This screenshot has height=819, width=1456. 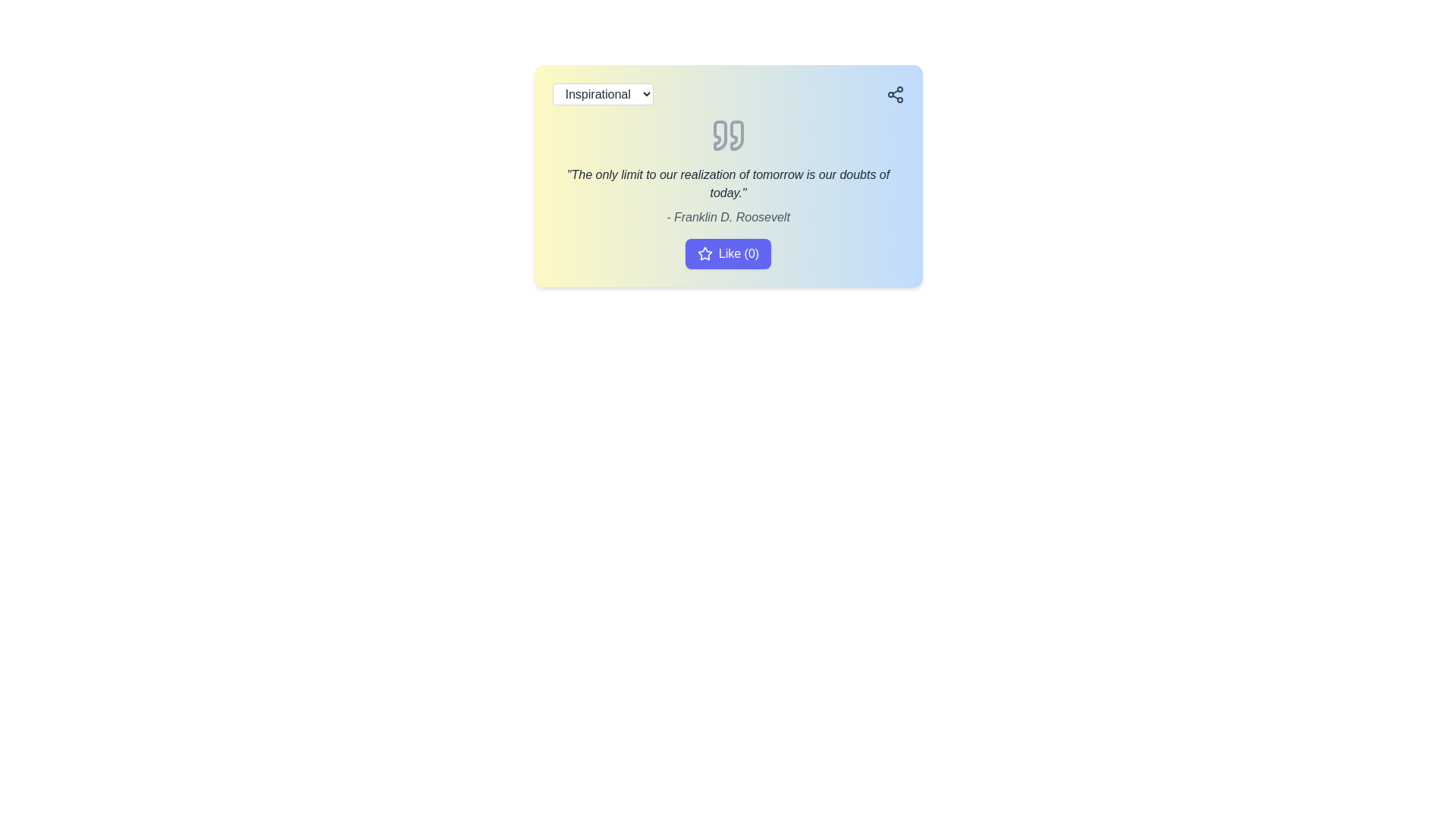 I want to click on the decorative star icon located to the left of the 'Like (0)' button, which may indicate a rating or favorite status, so click(x=704, y=253).